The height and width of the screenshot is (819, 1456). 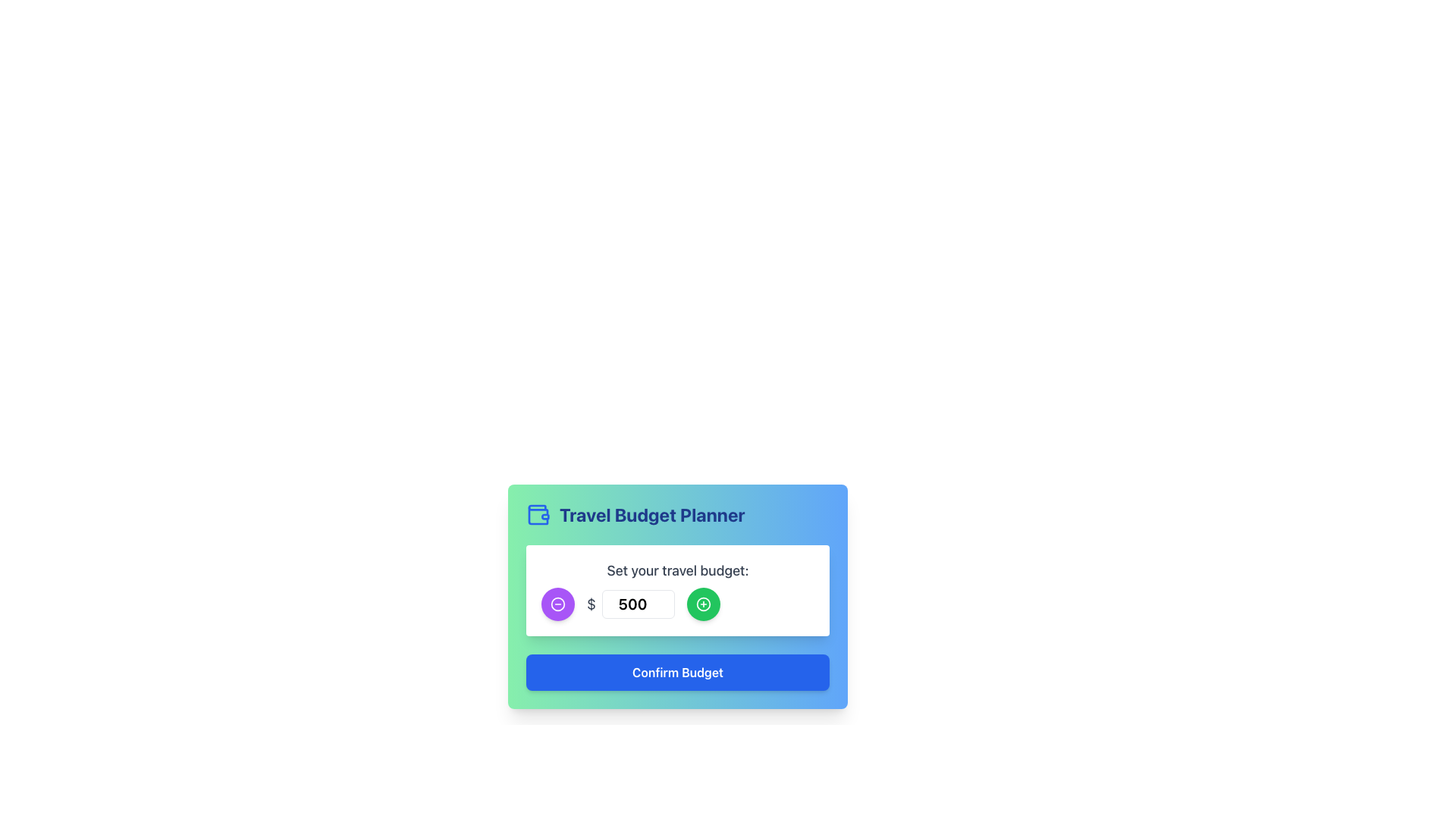 I want to click on the blue wallet icon located to the left of the 'Travel Budget Planner' header section if it is interactive, so click(x=538, y=513).